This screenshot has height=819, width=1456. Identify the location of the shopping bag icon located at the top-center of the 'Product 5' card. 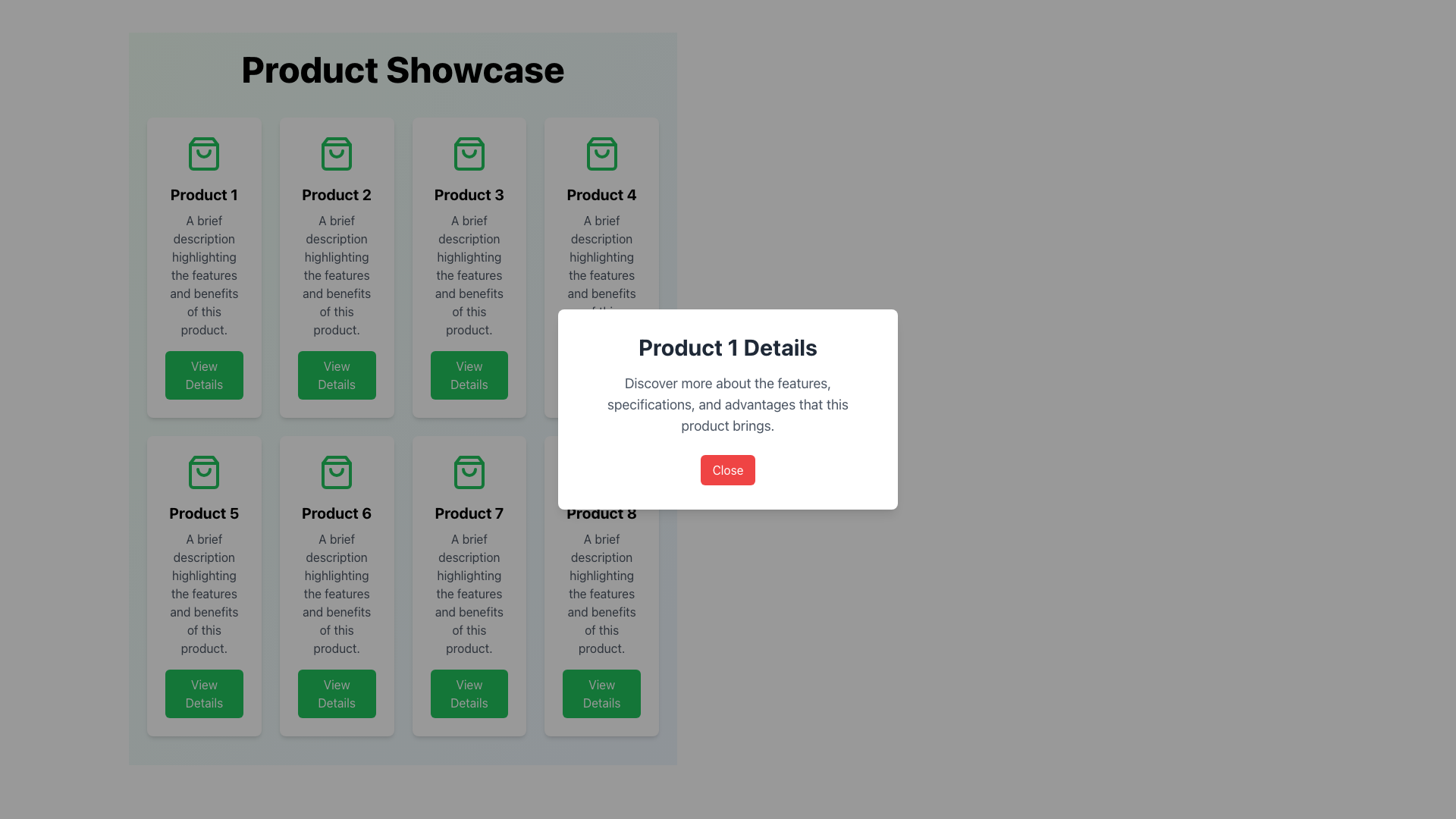
(203, 472).